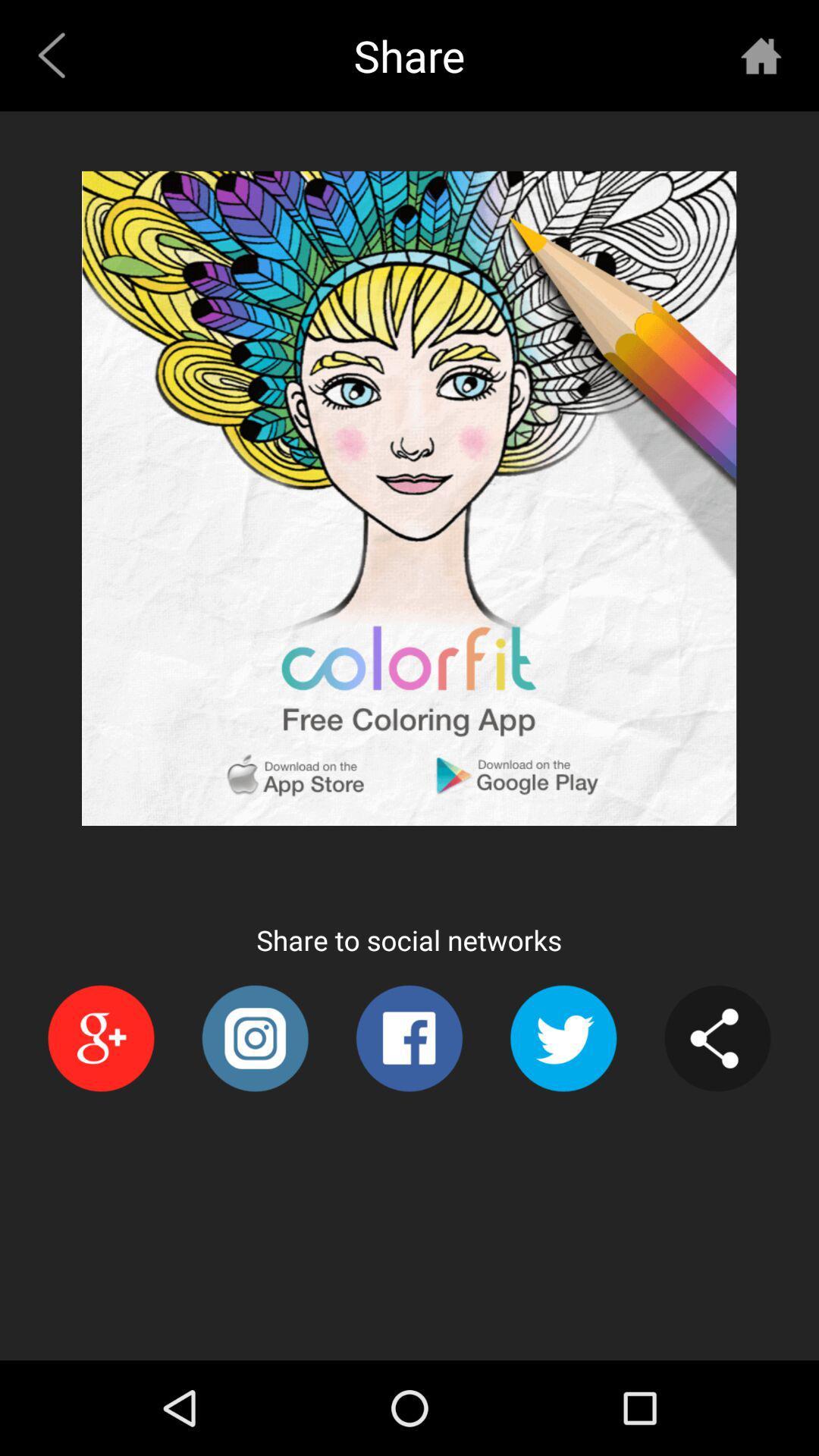  Describe the element at coordinates (101, 1037) in the screenshot. I see `share to google plus` at that location.